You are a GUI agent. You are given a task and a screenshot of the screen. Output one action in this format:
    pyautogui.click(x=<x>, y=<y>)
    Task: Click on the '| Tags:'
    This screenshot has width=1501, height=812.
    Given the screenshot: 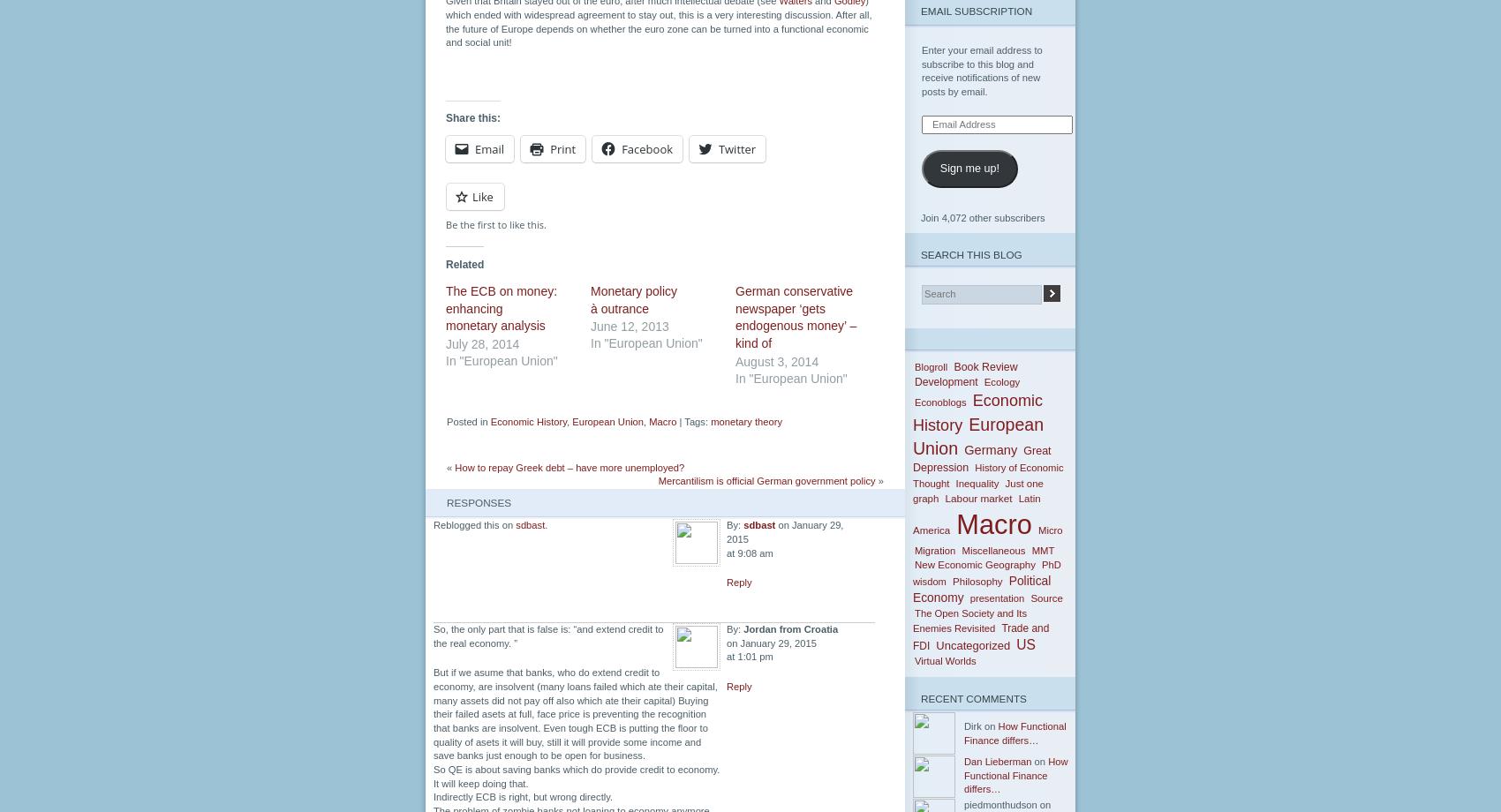 What is the action you would take?
    pyautogui.click(x=675, y=422)
    